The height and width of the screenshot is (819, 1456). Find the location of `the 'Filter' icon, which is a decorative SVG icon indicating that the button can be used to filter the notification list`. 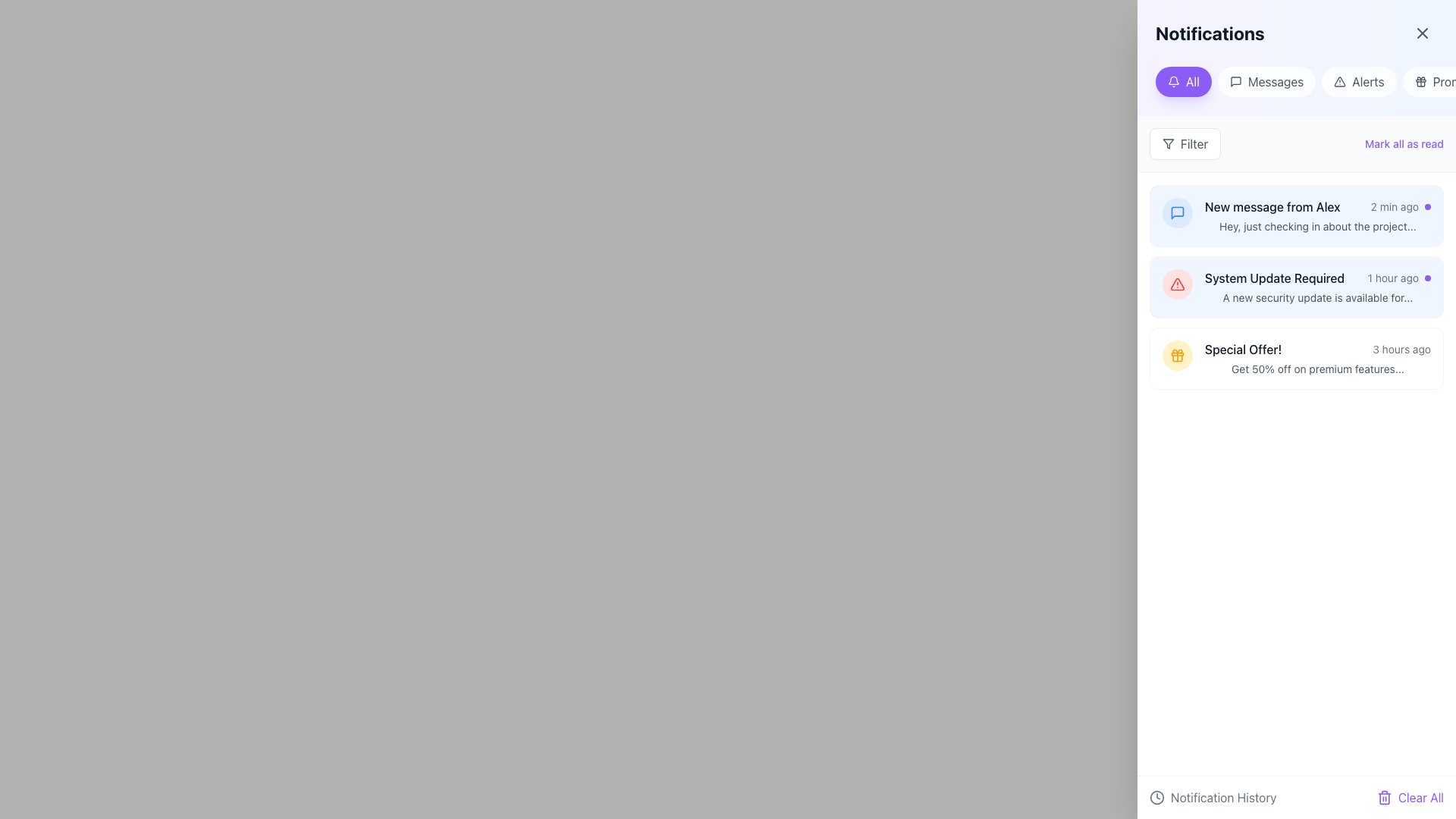

the 'Filter' icon, which is a decorative SVG icon indicating that the button can be used to filter the notification list is located at coordinates (1167, 143).